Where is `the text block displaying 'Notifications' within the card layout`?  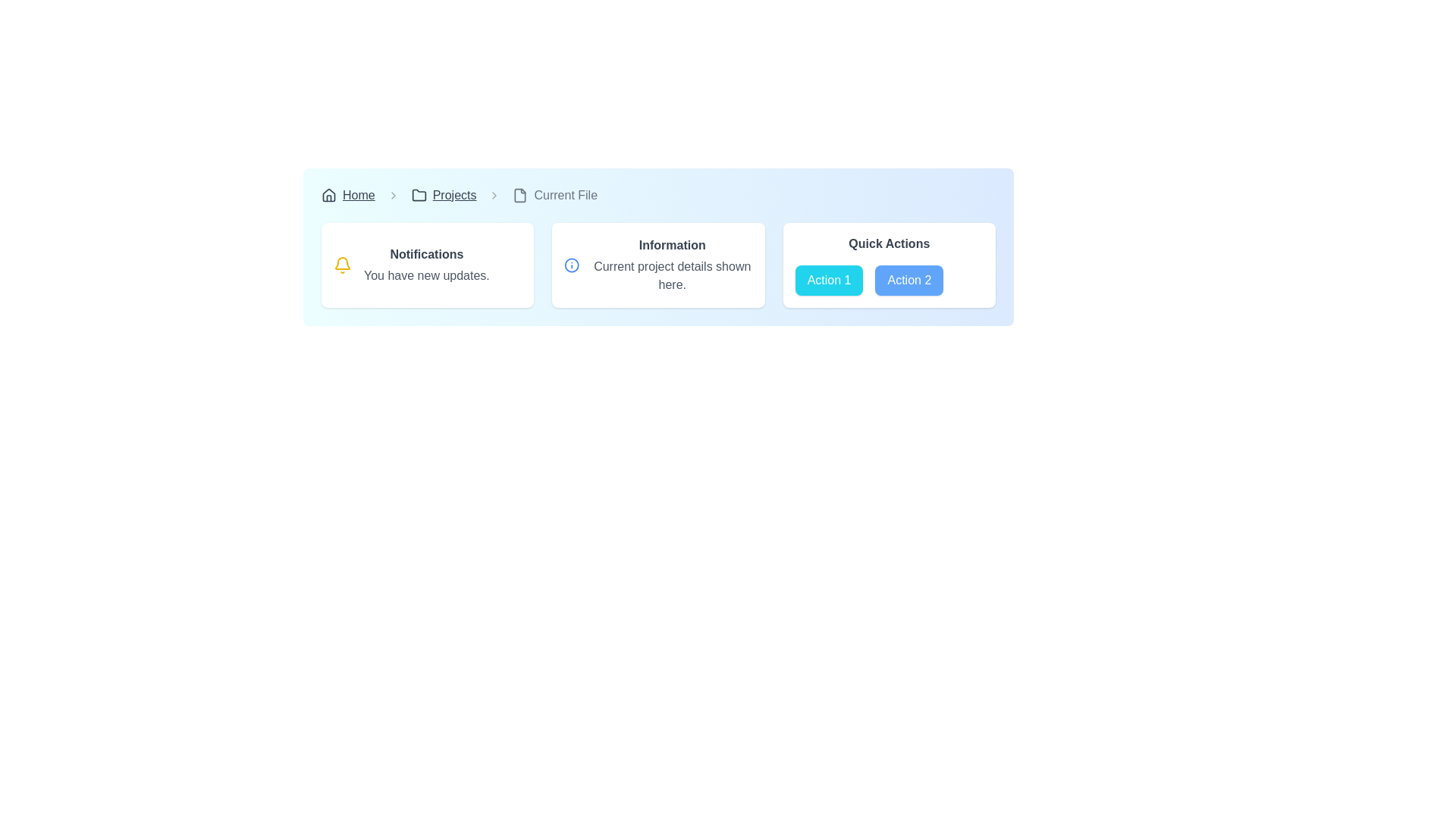 the text block displaying 'Notifications' within the card layout is located at coordinates (425, 265).